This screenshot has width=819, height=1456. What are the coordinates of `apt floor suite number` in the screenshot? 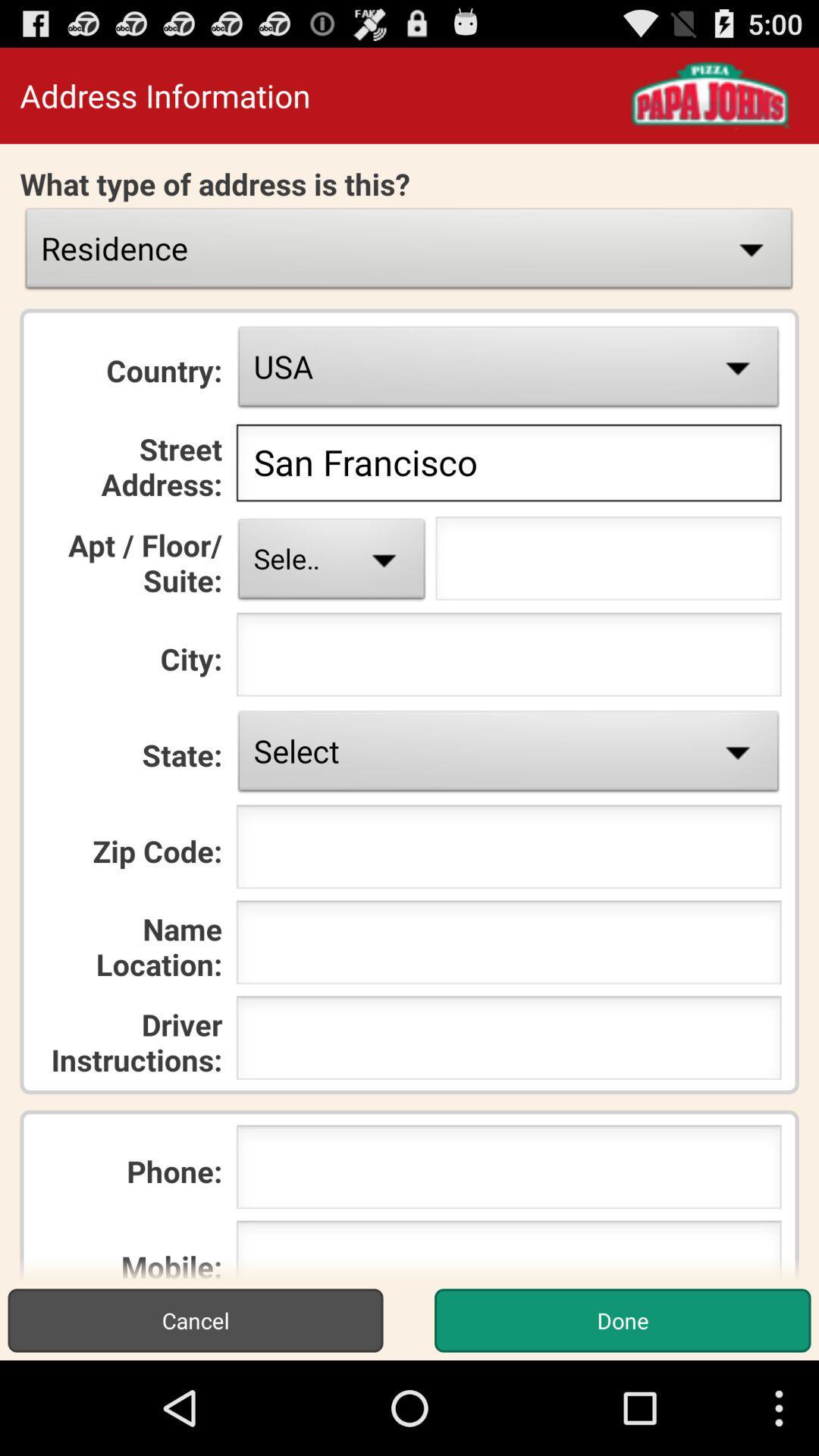 It's located at (607, 562).